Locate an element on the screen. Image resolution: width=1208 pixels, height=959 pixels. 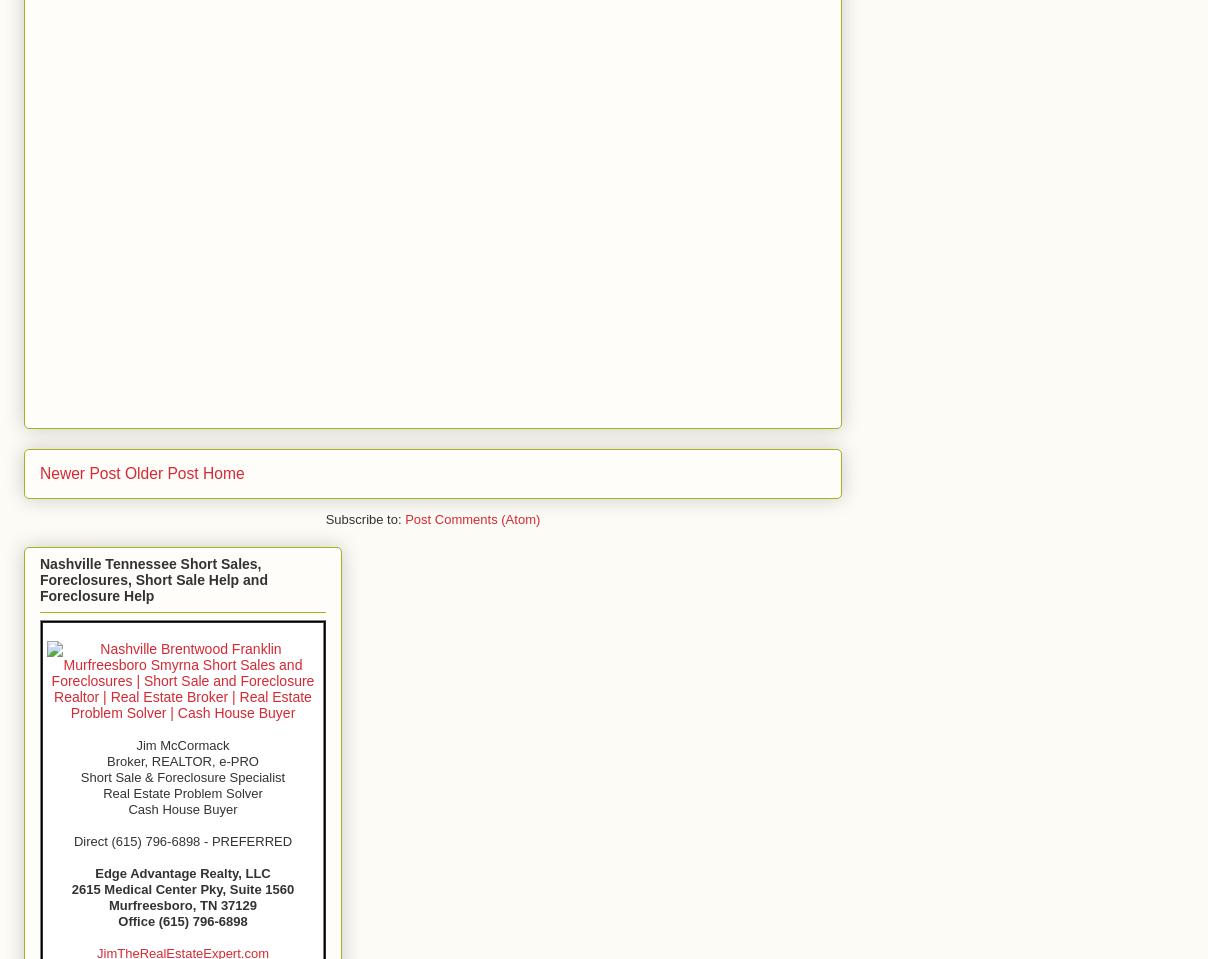
'Nashville Tennessee Short Sales, Foreclosures, Short Sale Help and Foreclosure Help' is located at coordinates (153, 579).